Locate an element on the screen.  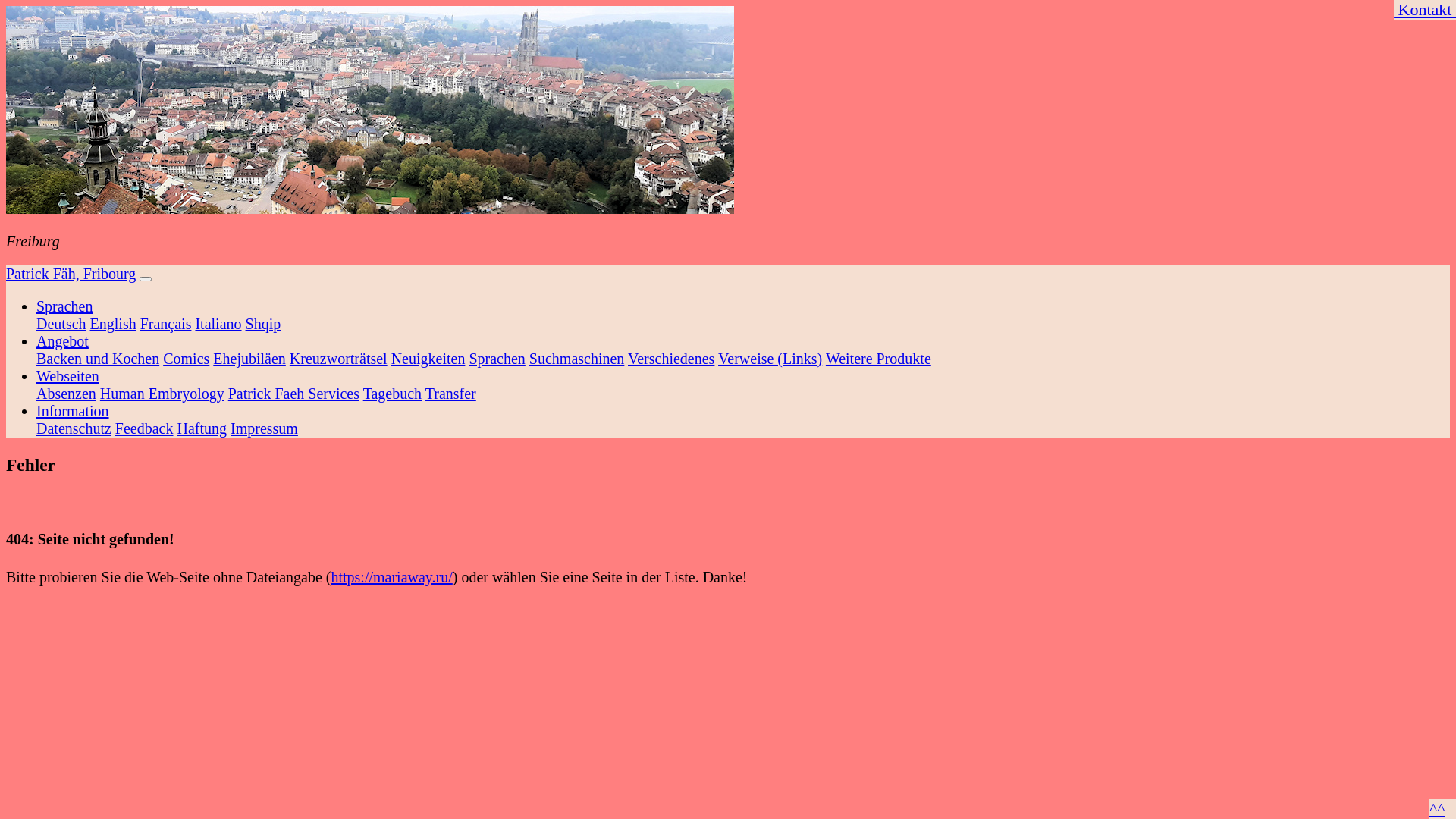
'Backen und Kochen' is located at coordinates (36, 359).